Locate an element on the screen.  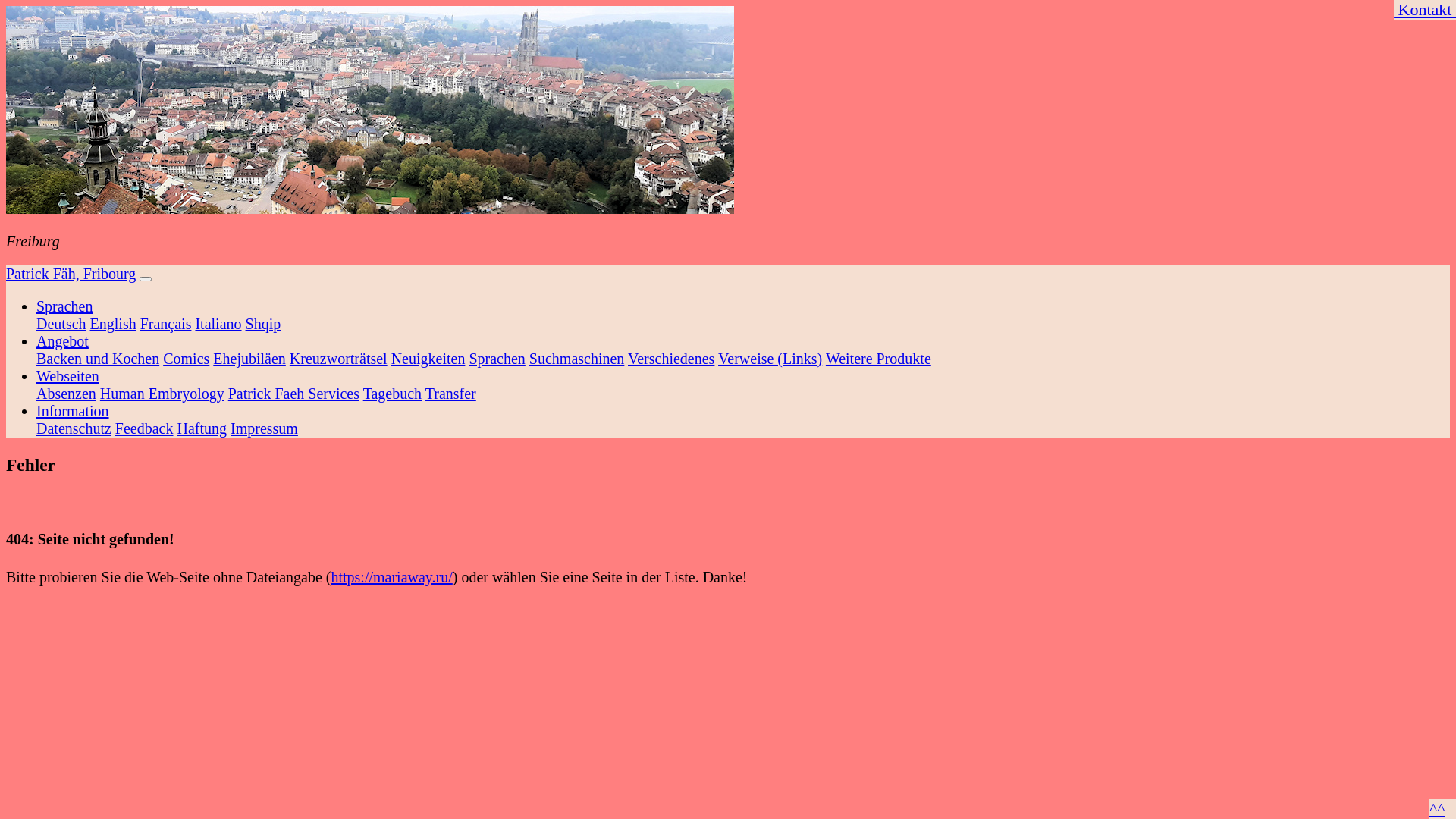
'Backen und Kochen' is located at coordinates (36, 359).